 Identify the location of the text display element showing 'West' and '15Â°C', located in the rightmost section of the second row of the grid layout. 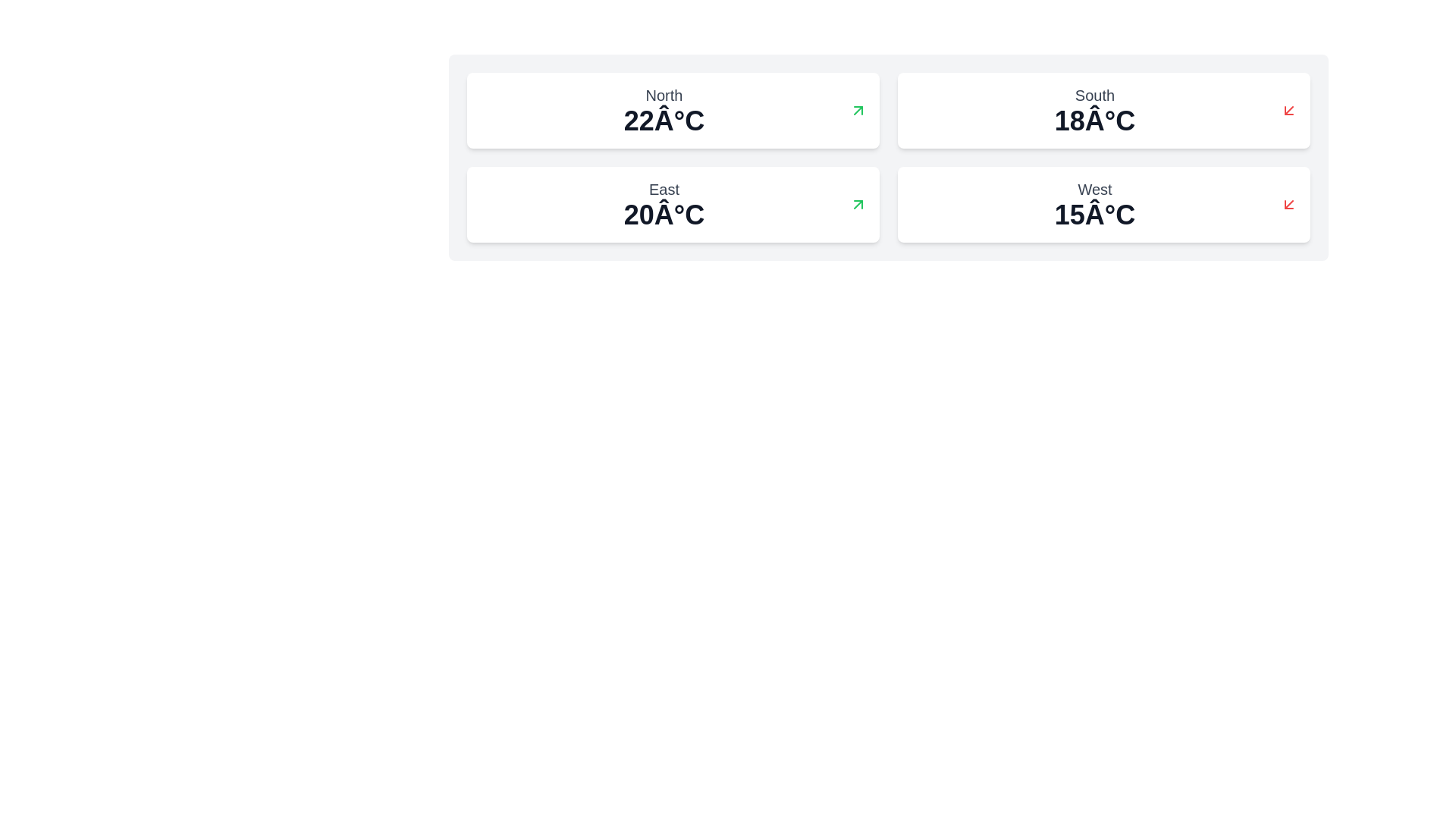
(1095, 205).